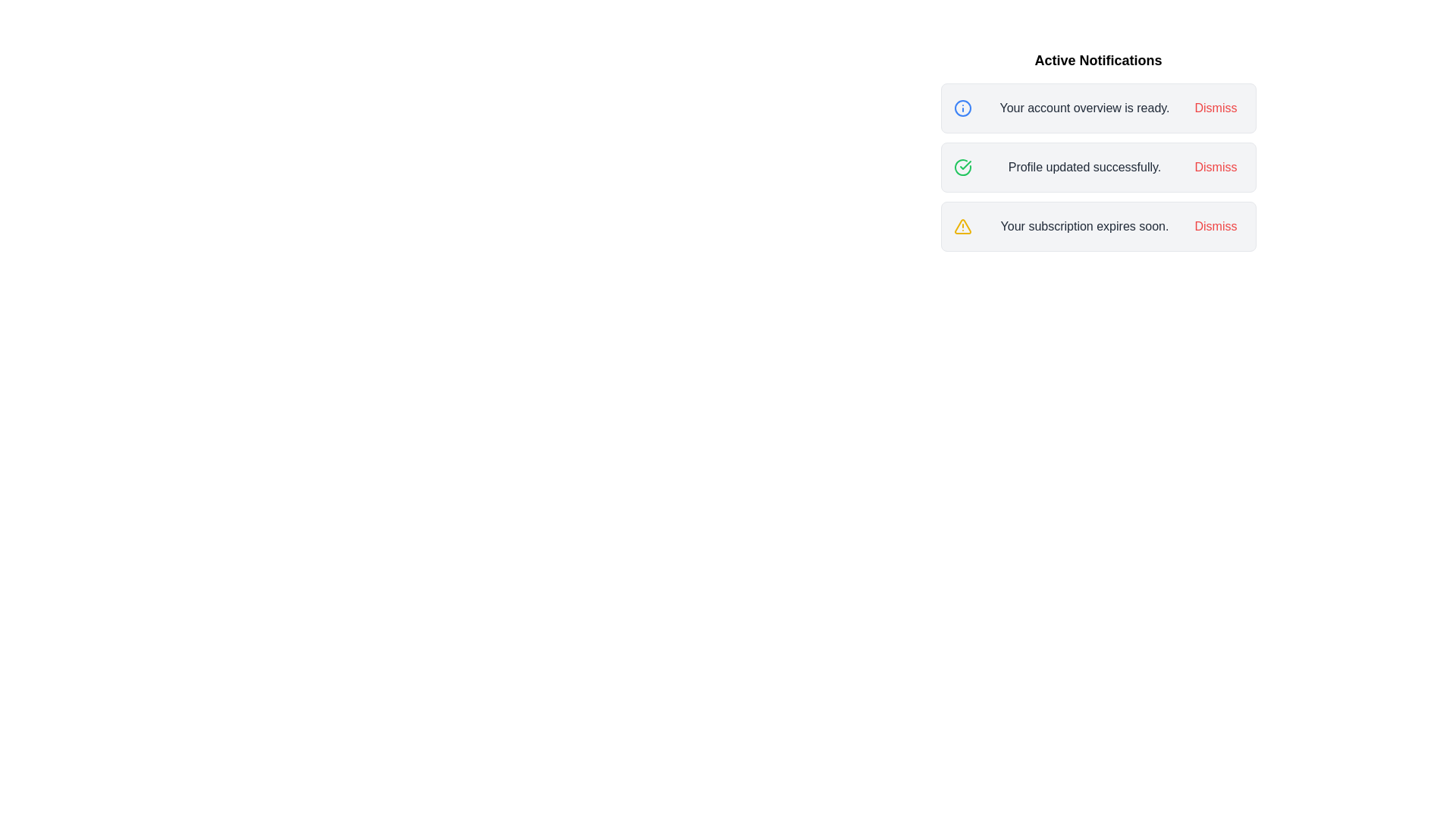  Describe the element at coordinates (1084, 167) in the screenshot. I see `the text of the notification with message 'Profile updated successfully.'` at that location.